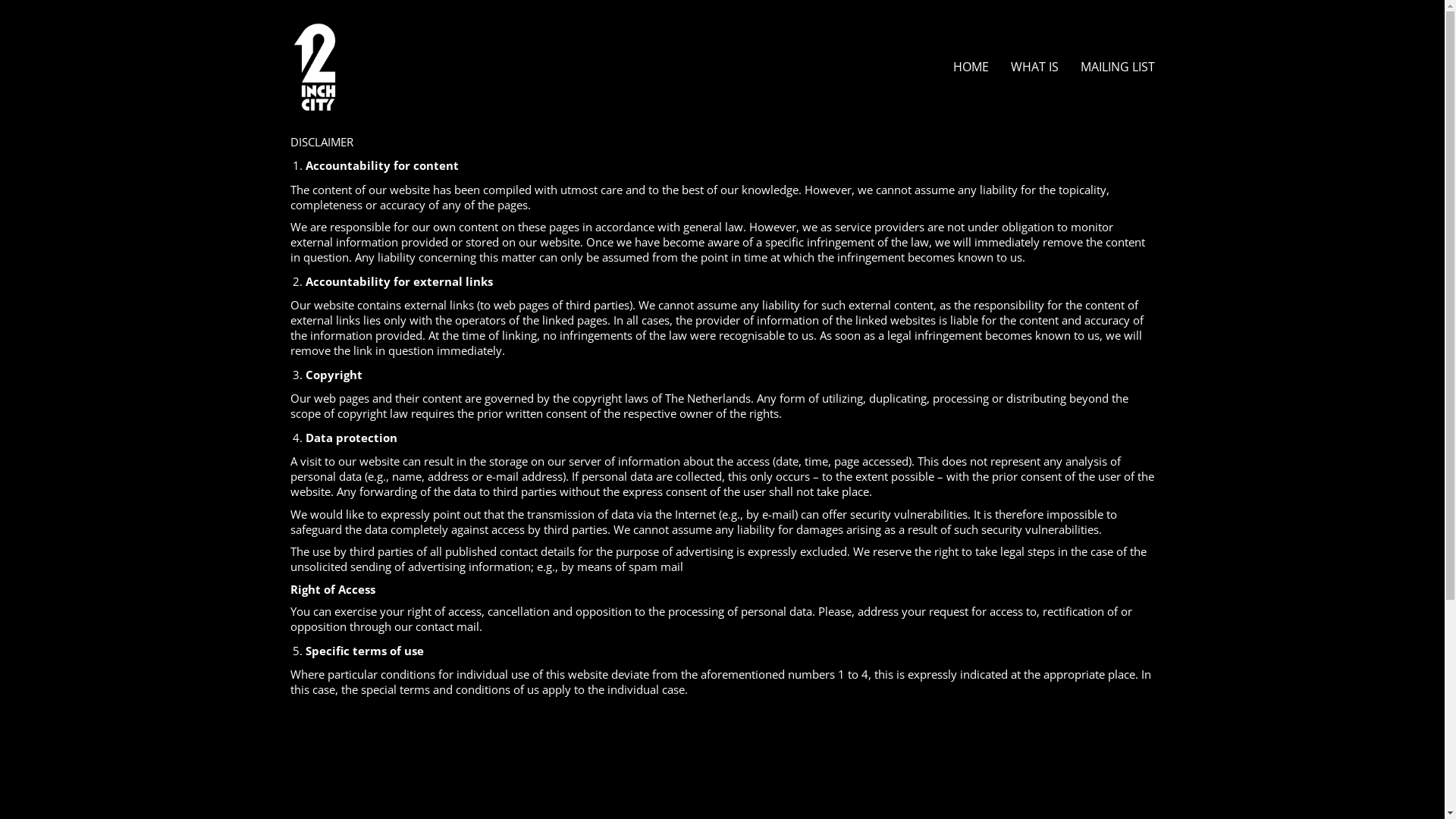 This screenshot has width=1456, height=819. What do you see at coordinates (1033, 66) in the screenshot?
I see `'WHAT IS'` at bounding box center [1033, 66].